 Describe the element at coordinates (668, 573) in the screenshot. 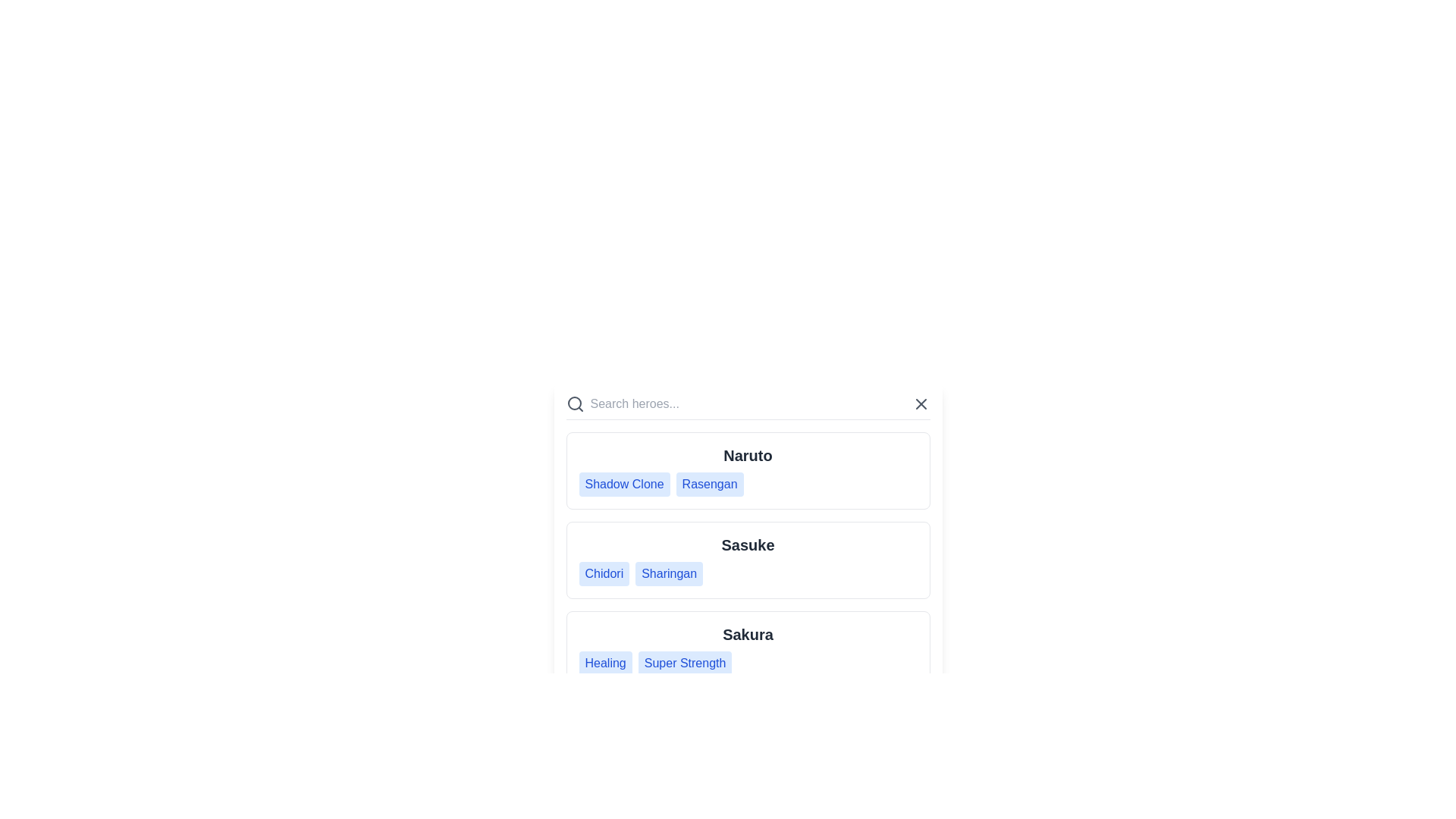

I see `label 'Sharingan' from the second badge in the horizontal arrangement in the 'Sasuke' section of the interface` at that location.